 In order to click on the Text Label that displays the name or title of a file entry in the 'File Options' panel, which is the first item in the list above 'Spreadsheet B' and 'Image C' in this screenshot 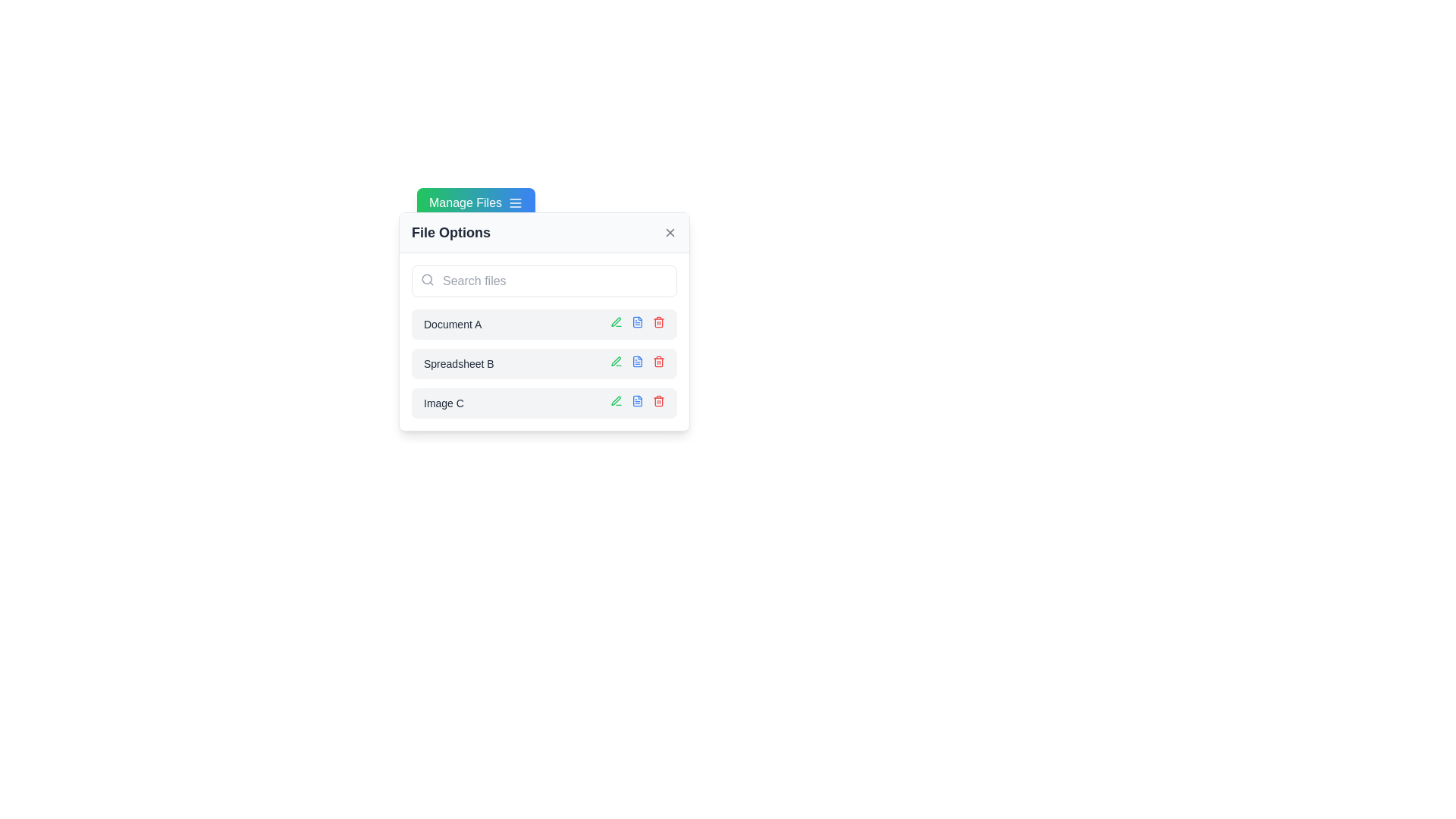, I will do `click(452, 324)`.